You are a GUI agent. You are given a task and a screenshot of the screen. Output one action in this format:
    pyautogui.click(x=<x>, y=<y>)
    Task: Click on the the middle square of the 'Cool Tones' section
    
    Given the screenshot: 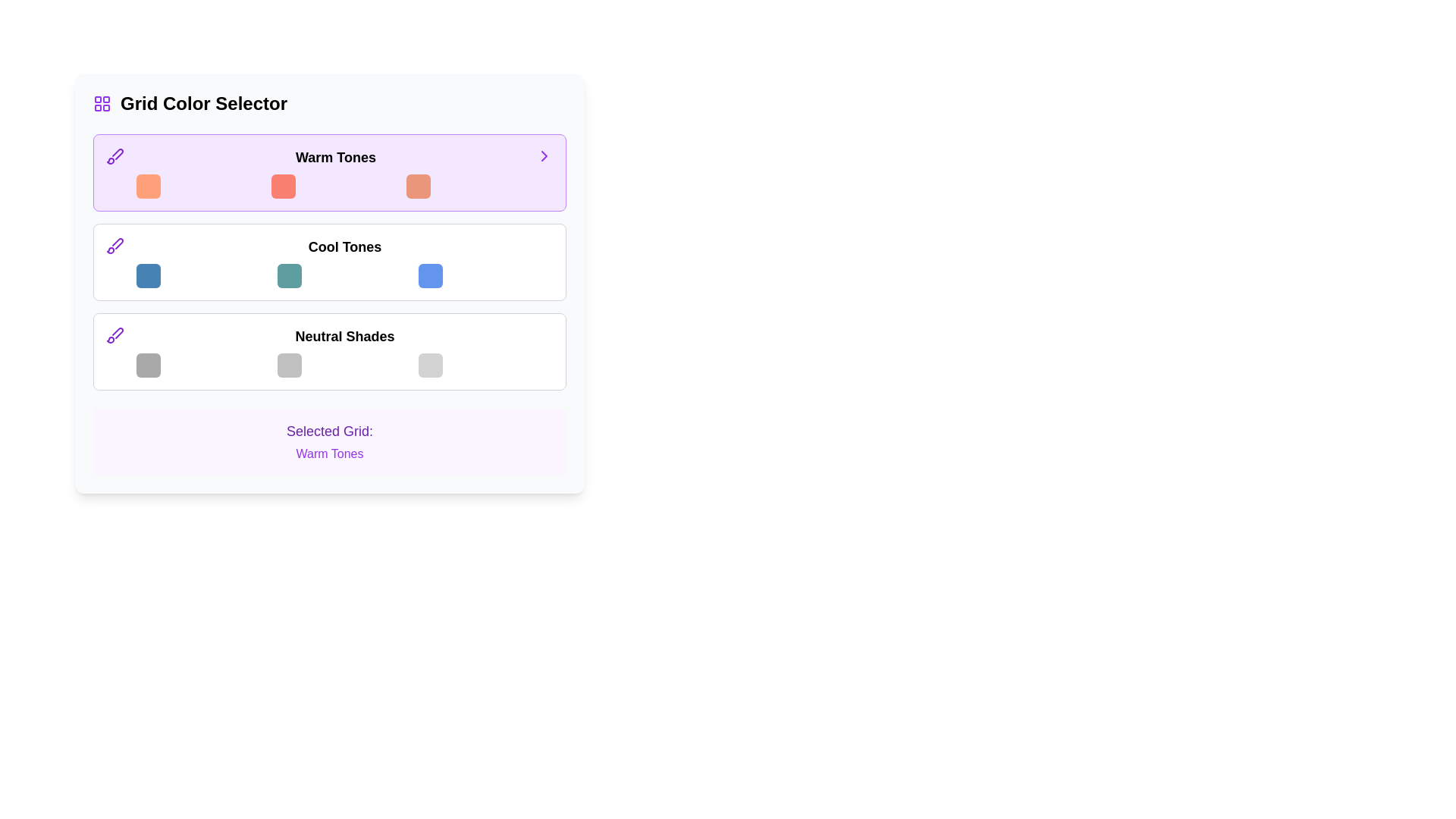 What is the action you would take?
    pyautogui.click(x=290, y=275)
    